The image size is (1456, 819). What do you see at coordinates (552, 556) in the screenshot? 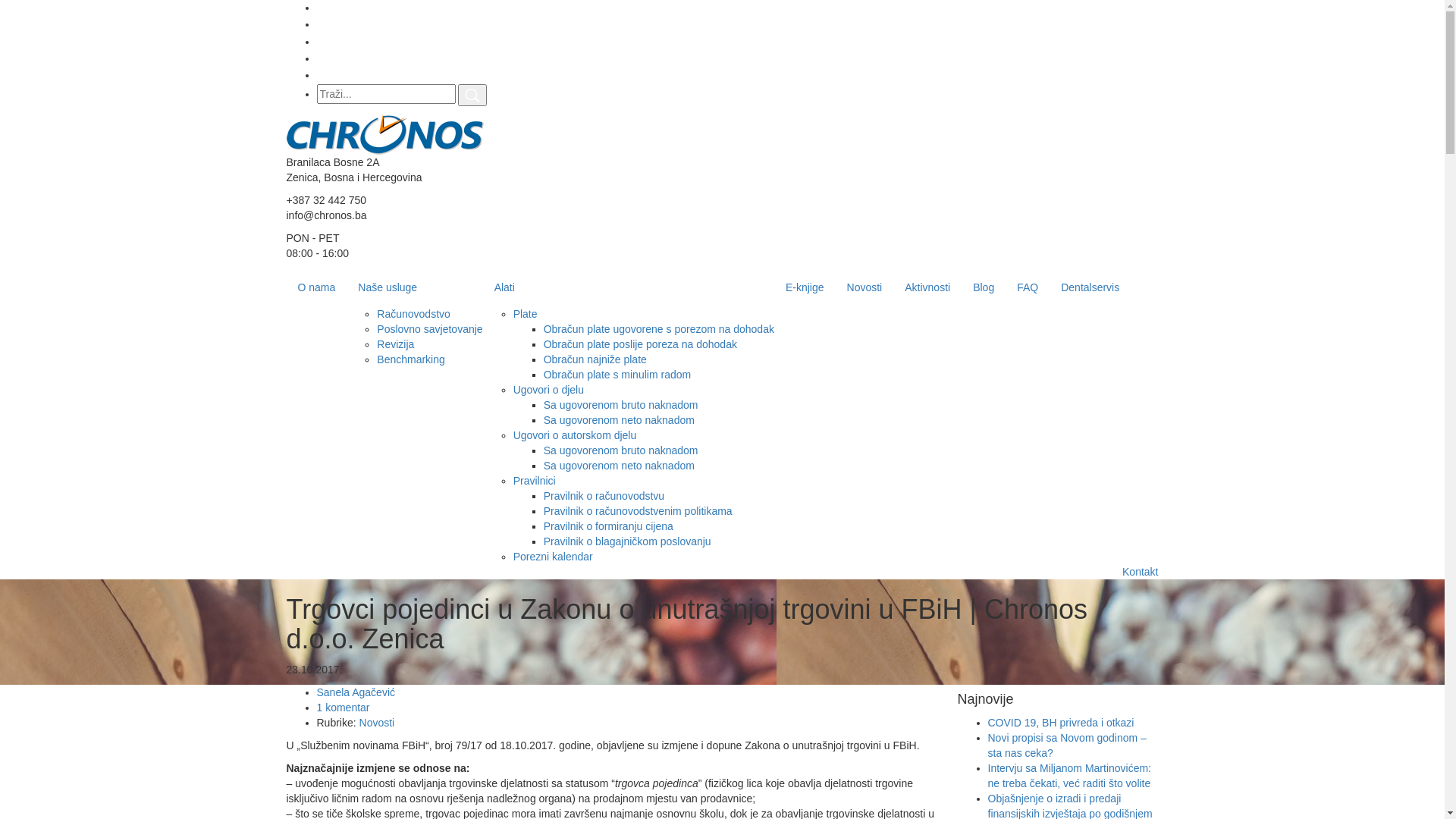
I see `'Porezni kalendar'` at bounding box center [552, 556].